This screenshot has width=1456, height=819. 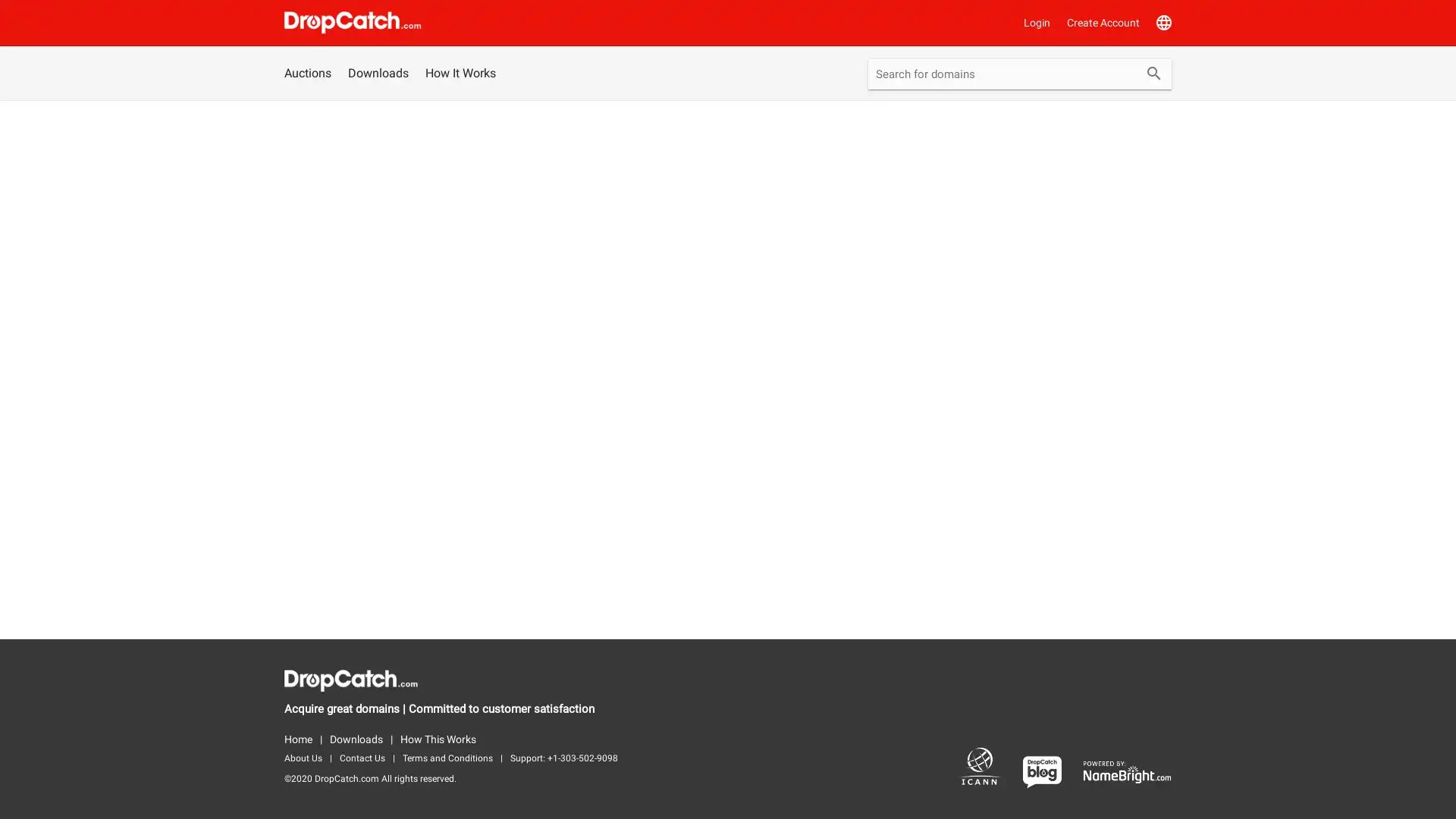 I want to click on Bid, so click(x=1139, y=240).